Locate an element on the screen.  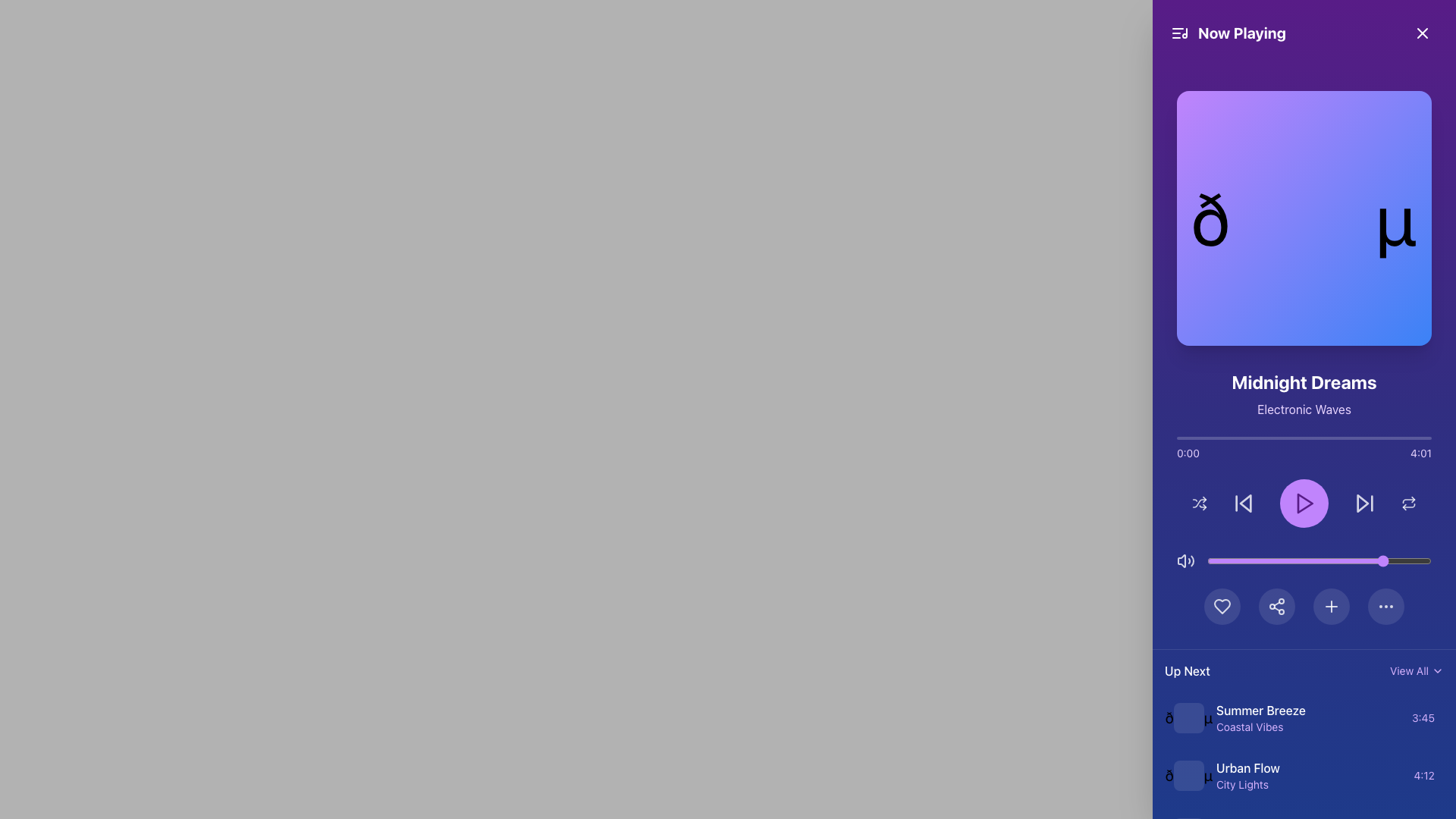
the '+' icon button located at the bottom center of the media player interface is located at coordinates (1331, 605).